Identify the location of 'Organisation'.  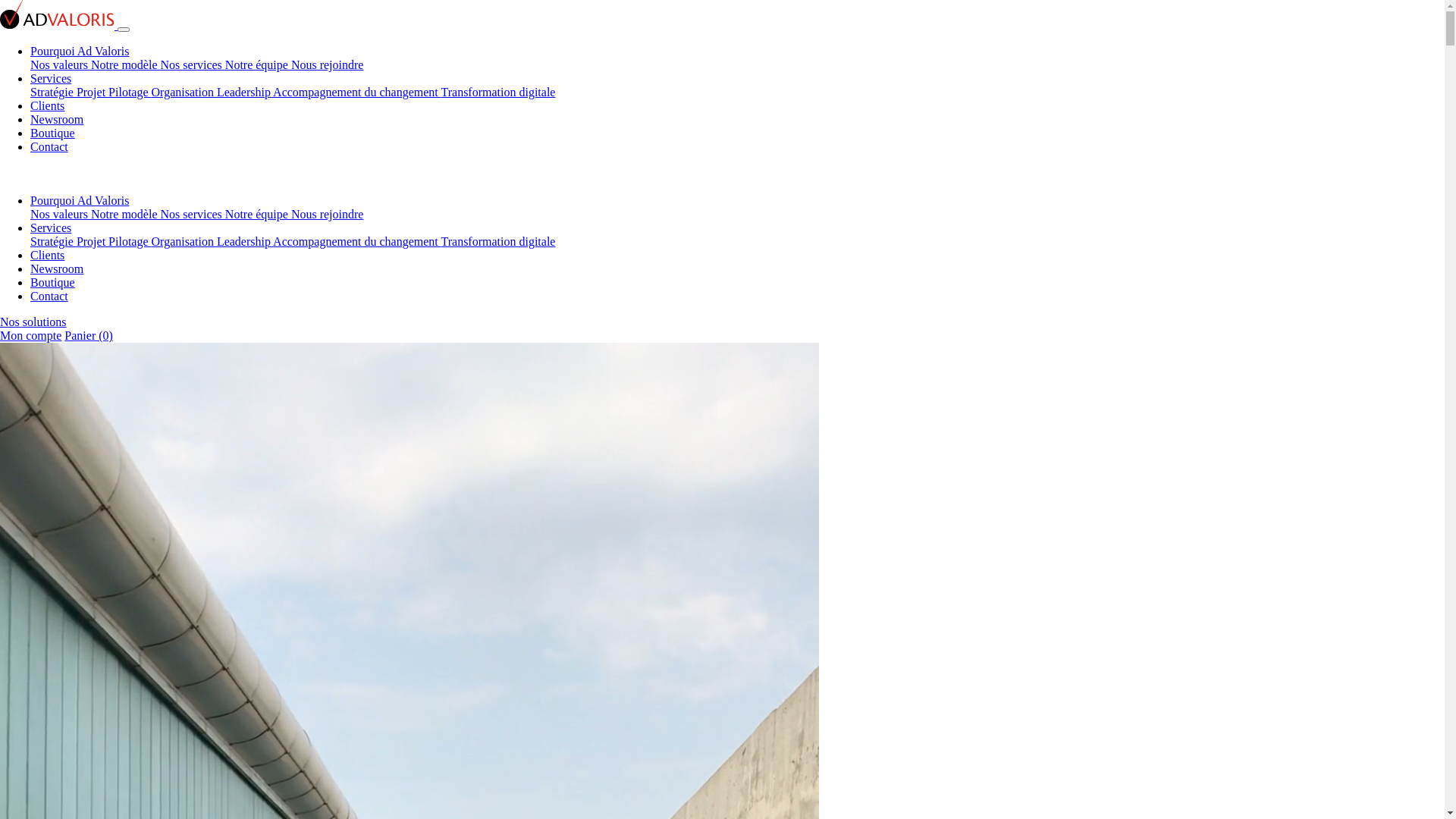
(184, 240).